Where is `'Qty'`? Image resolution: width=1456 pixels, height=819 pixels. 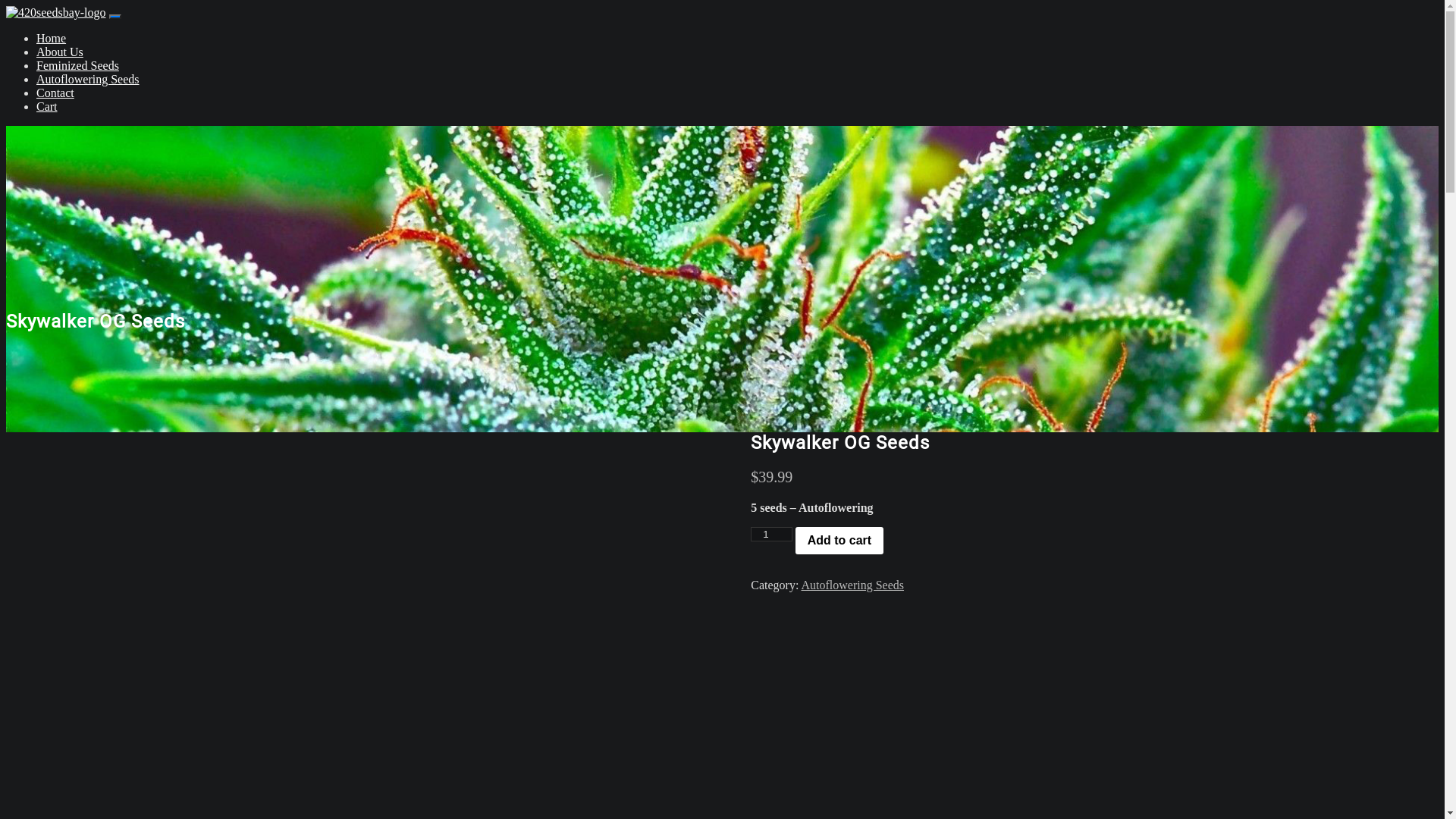 'Qty' is located at coordinates (750, 533).